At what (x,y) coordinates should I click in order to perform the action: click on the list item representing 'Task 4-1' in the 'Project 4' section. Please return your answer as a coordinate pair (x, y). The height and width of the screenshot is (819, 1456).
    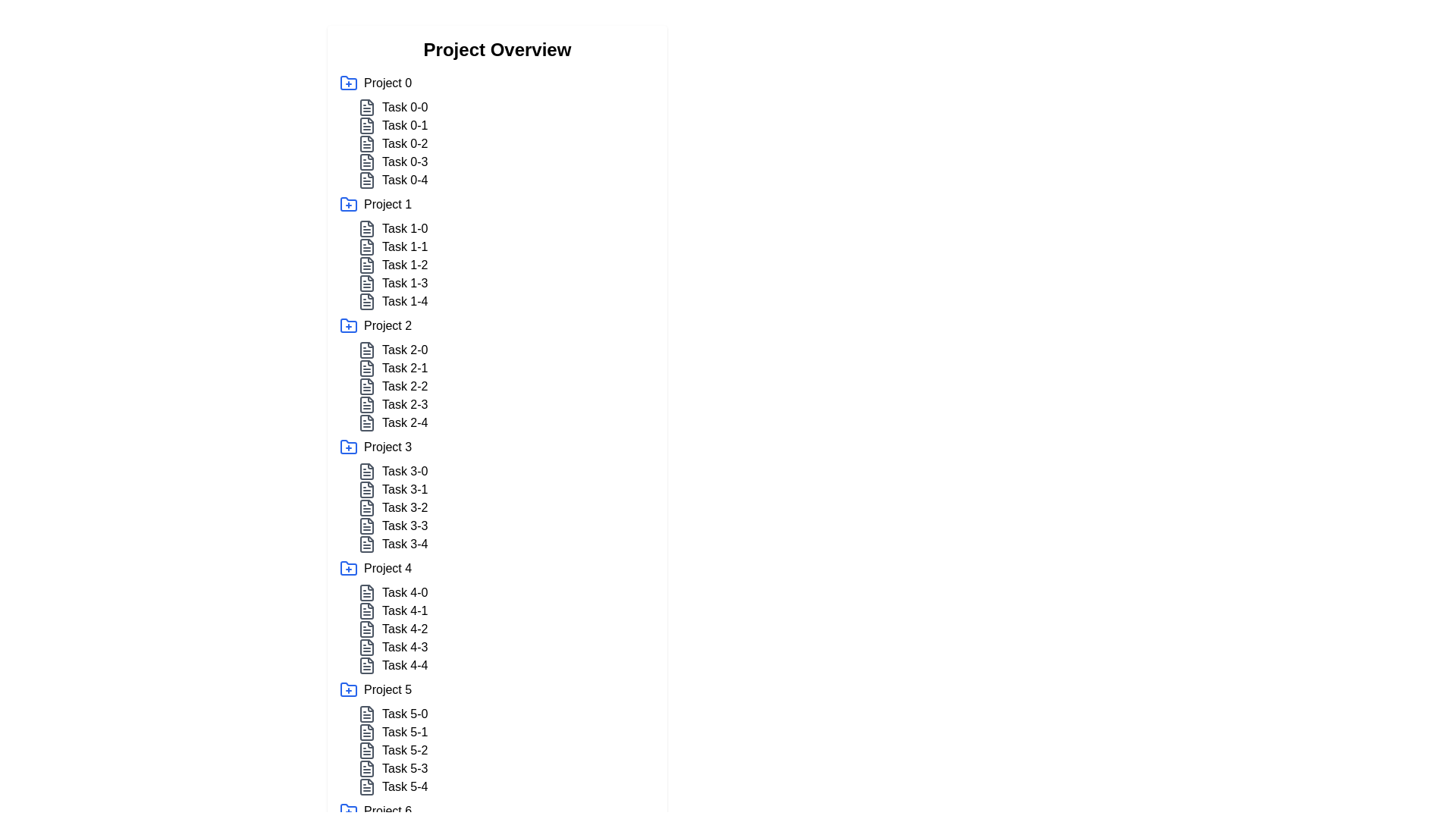
    Looking at the image, I should click on (506, 610).